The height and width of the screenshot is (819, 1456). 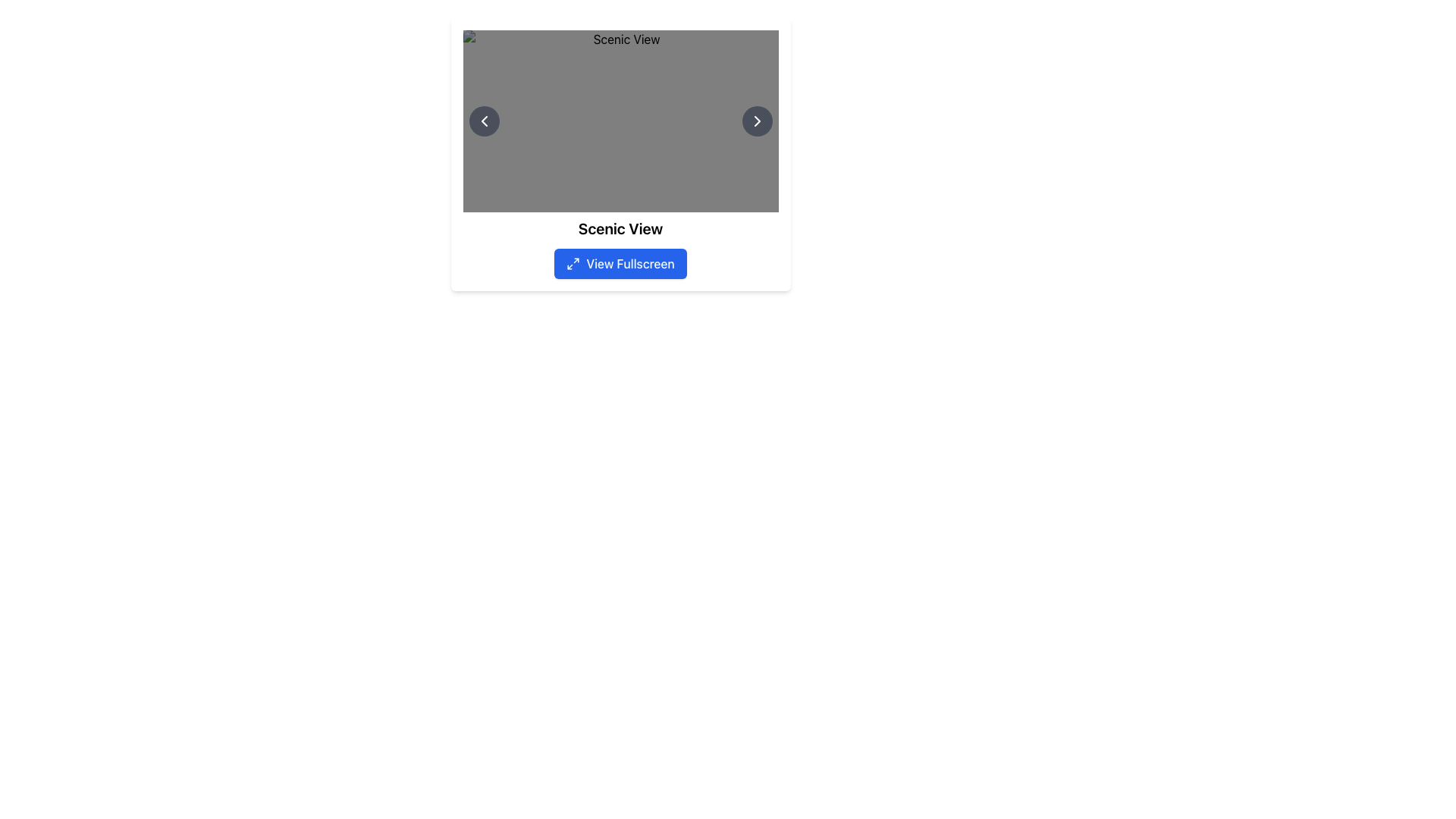 What do you see at coordinates (483, 120) in the screenshot?
I see `the Chevron icon embedded in the SVG` at bounding box center [483, 120].